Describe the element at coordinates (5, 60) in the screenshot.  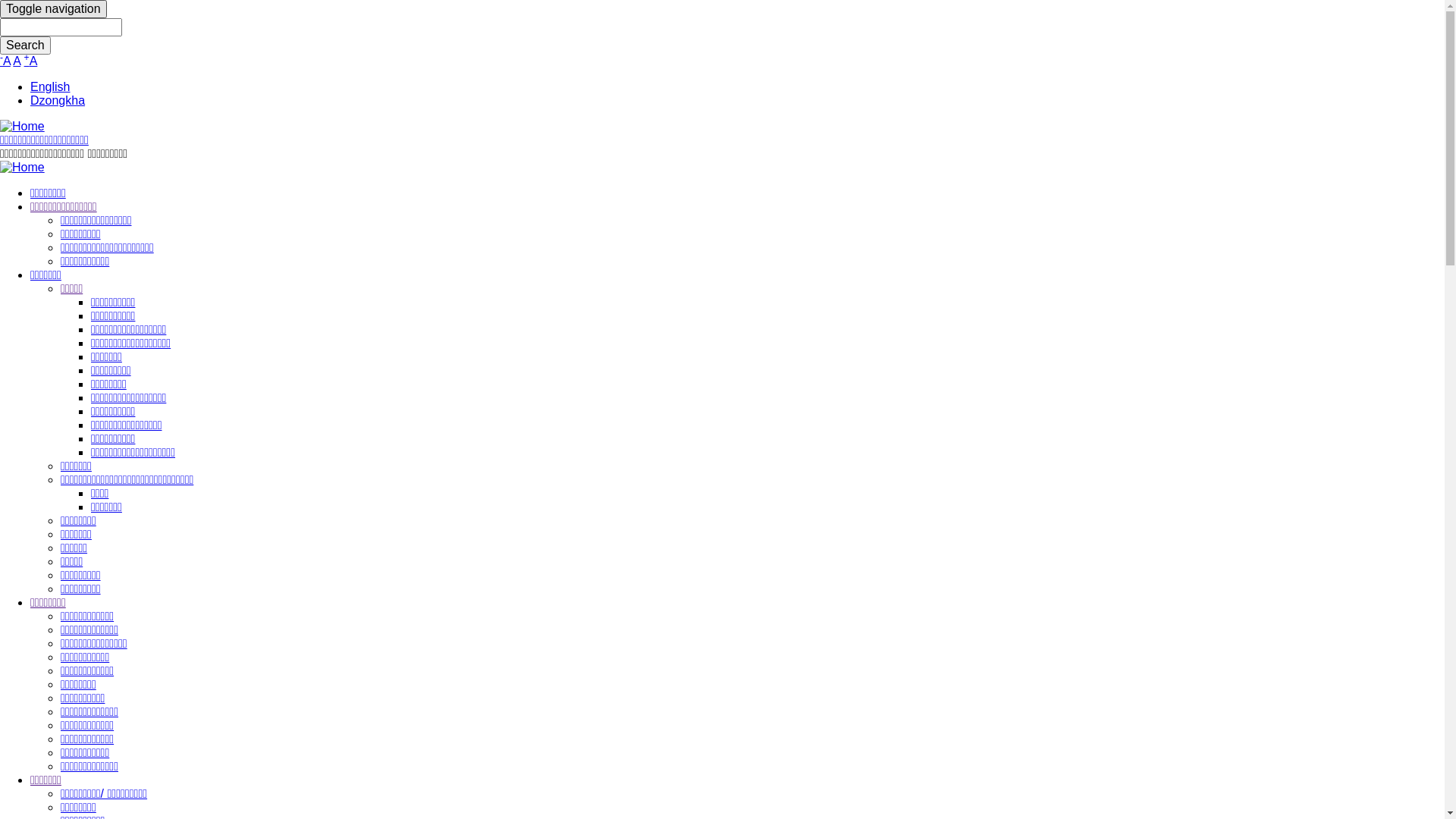
I see `'-A'` at that location.